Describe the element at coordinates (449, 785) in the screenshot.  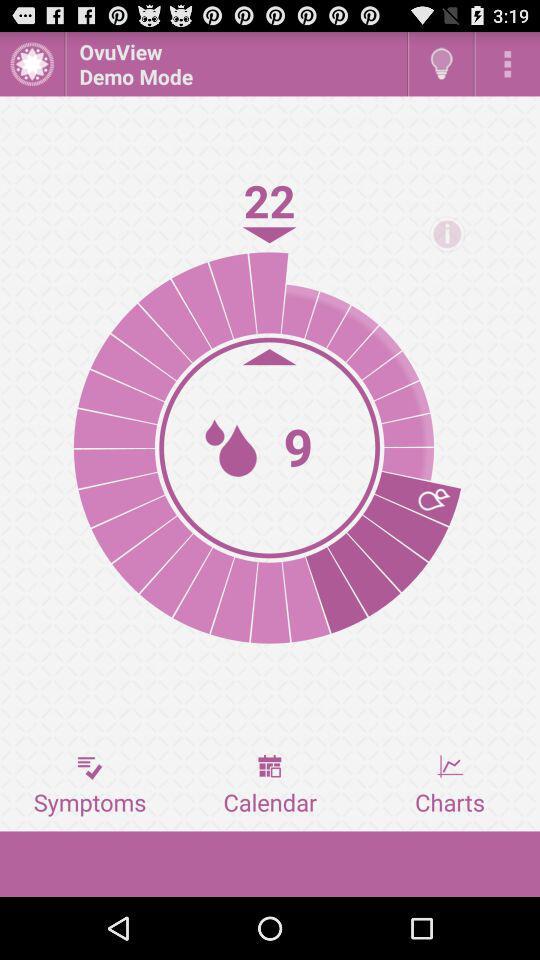
I see `the charts icon` at that location.